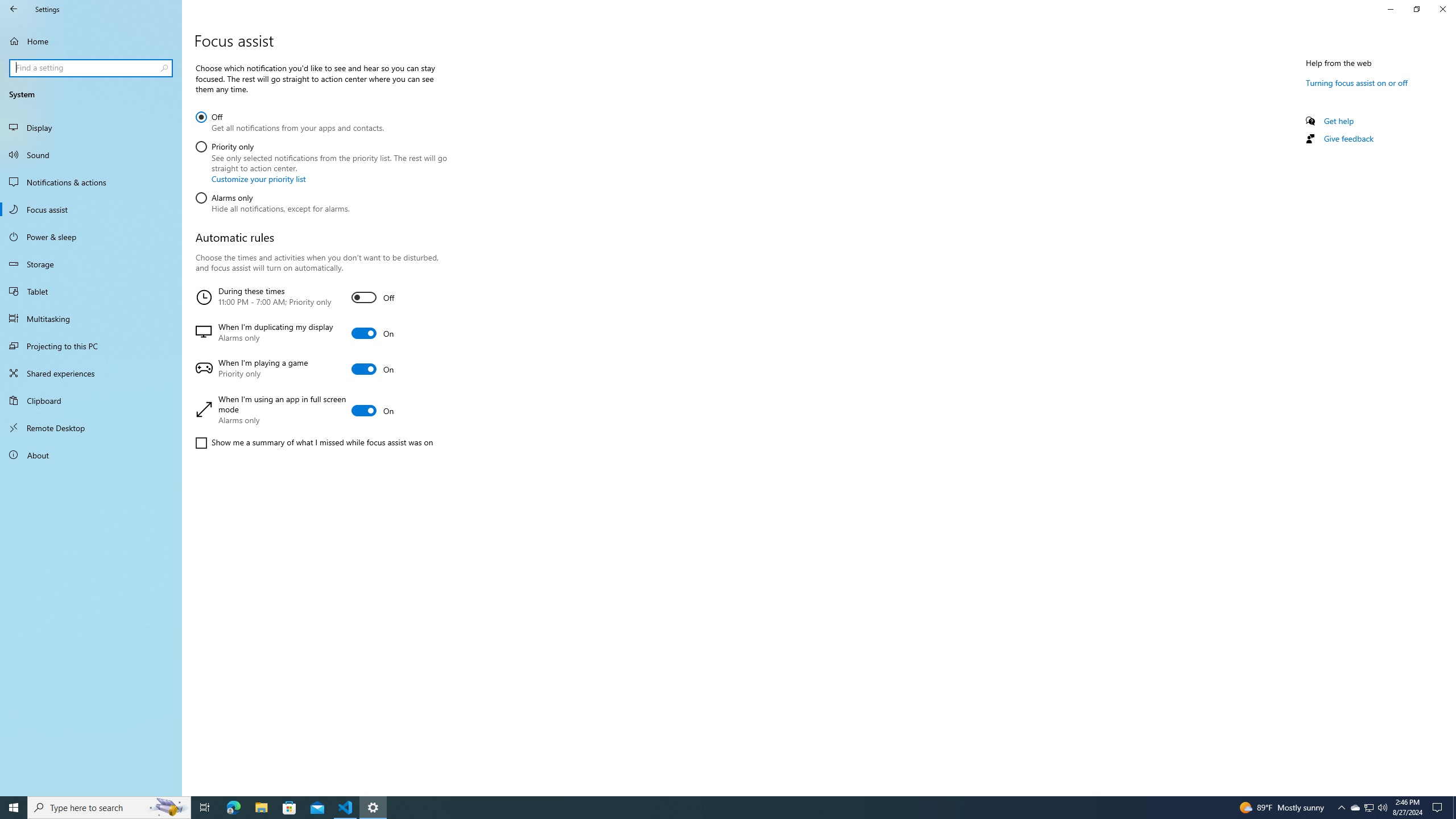  I want to click on 'Home', so click(90, 41).